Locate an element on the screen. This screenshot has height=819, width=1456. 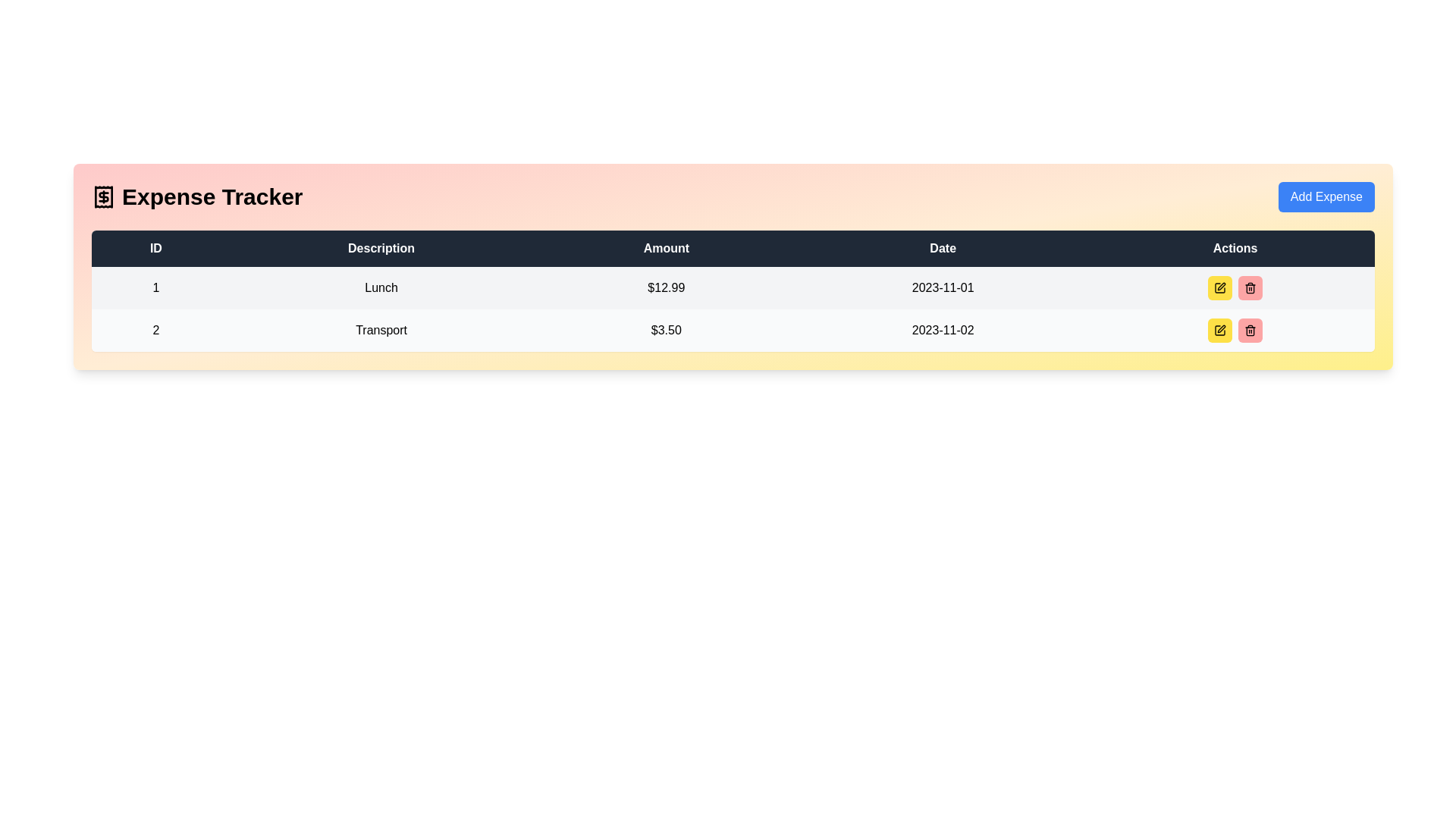
the text label that reads 'Transport', which is located in the second row under the 'Description' column of a structured table, horizontally aligned between the 'ID' and 'Amount' columns is located at coordinates (381, 329).